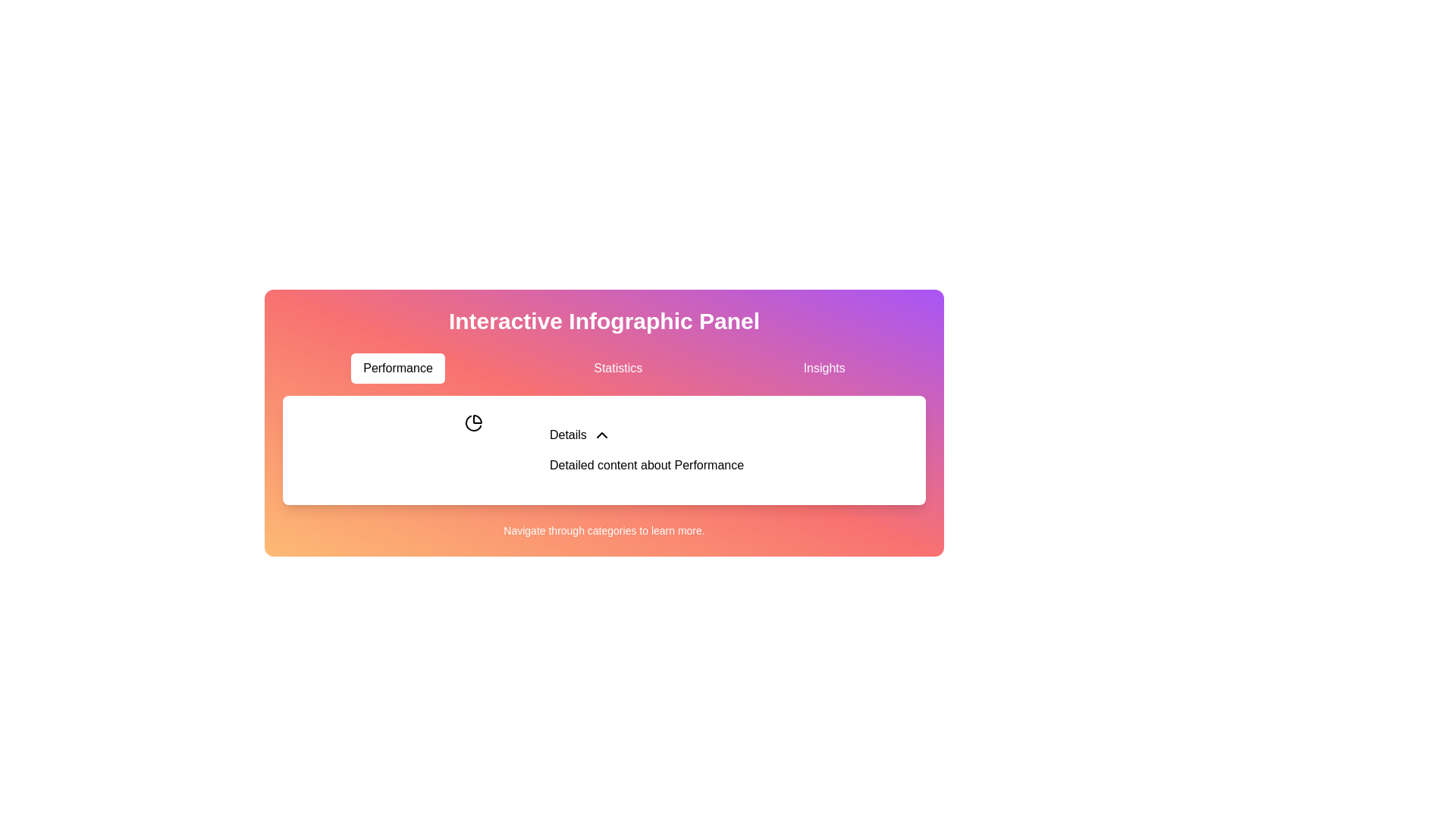 This screenshot has height=819, width=1456. I want to click on the 'Insights' button, which is a rectangular button with rounded corners and a gradient background, located at the far right of the button group beneath the title 'Interactive Infographic Panel', so click(824, 369).